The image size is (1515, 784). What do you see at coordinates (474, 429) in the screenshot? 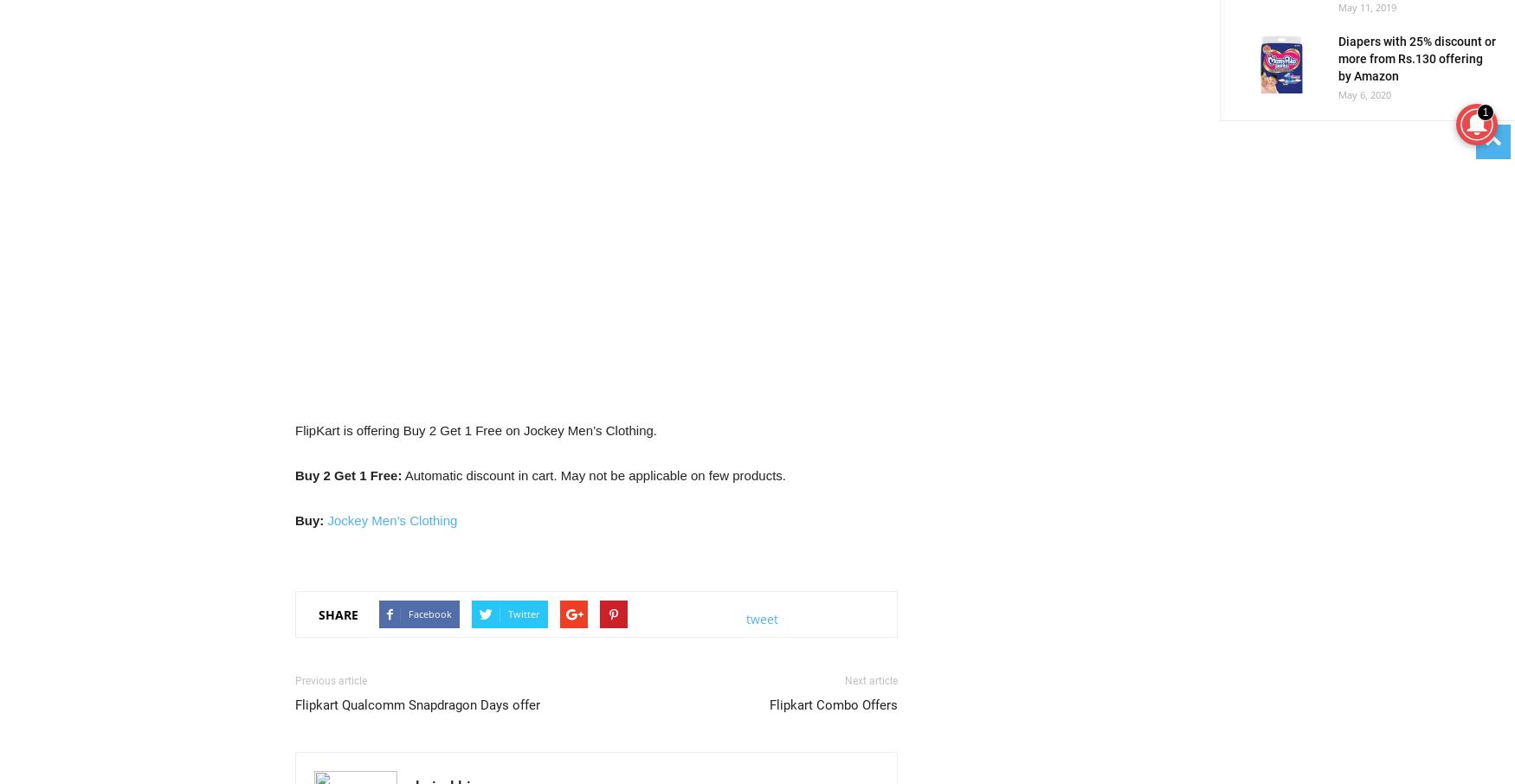
I see `'FlipKart is offering Buy 2 Get 1 Free on Jockey Men’s Clothing.'` at bounding box center [474, 429].